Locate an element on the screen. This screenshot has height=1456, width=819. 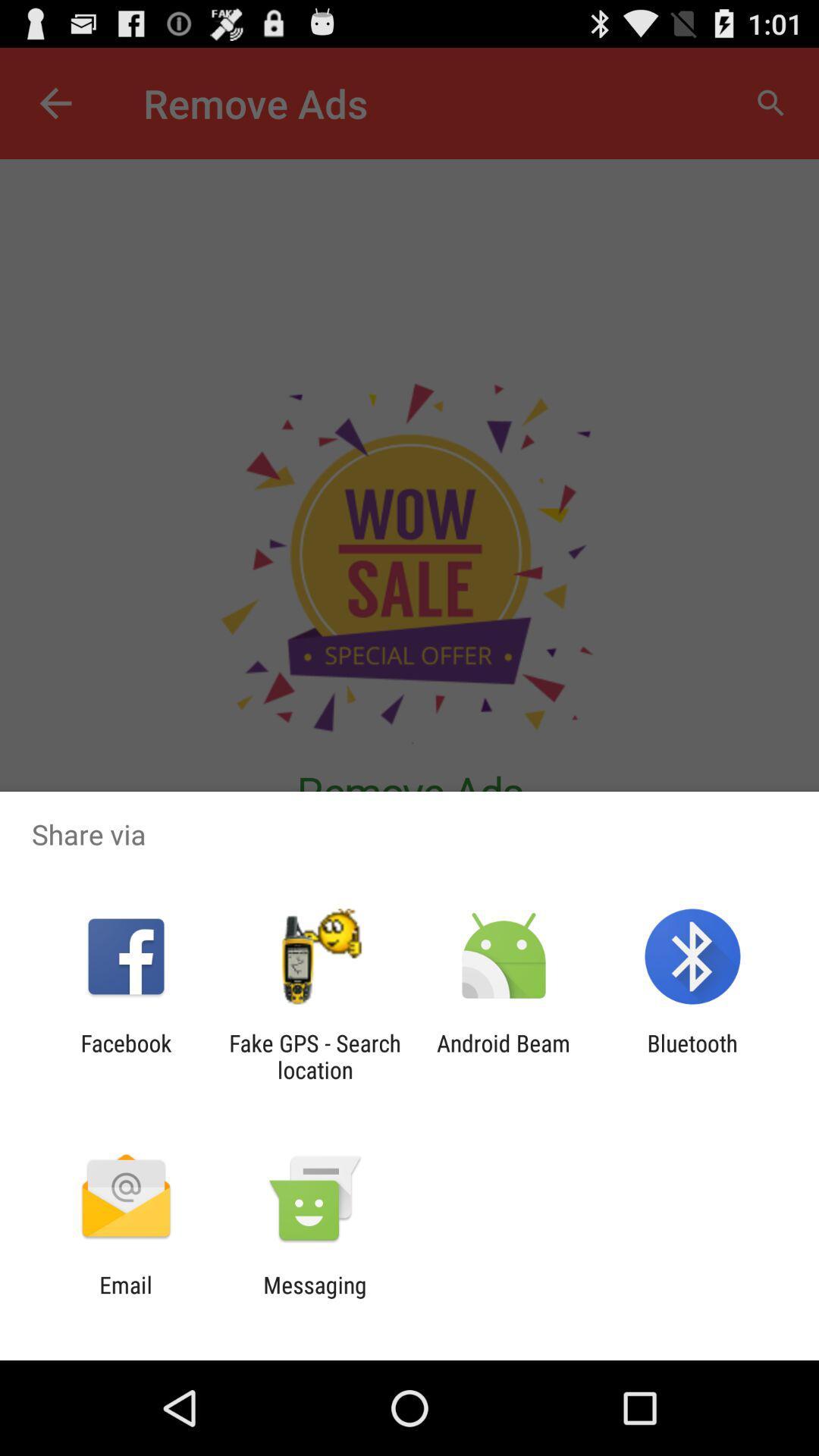
the item next to android beam app is located at coordinates (314, 1056).